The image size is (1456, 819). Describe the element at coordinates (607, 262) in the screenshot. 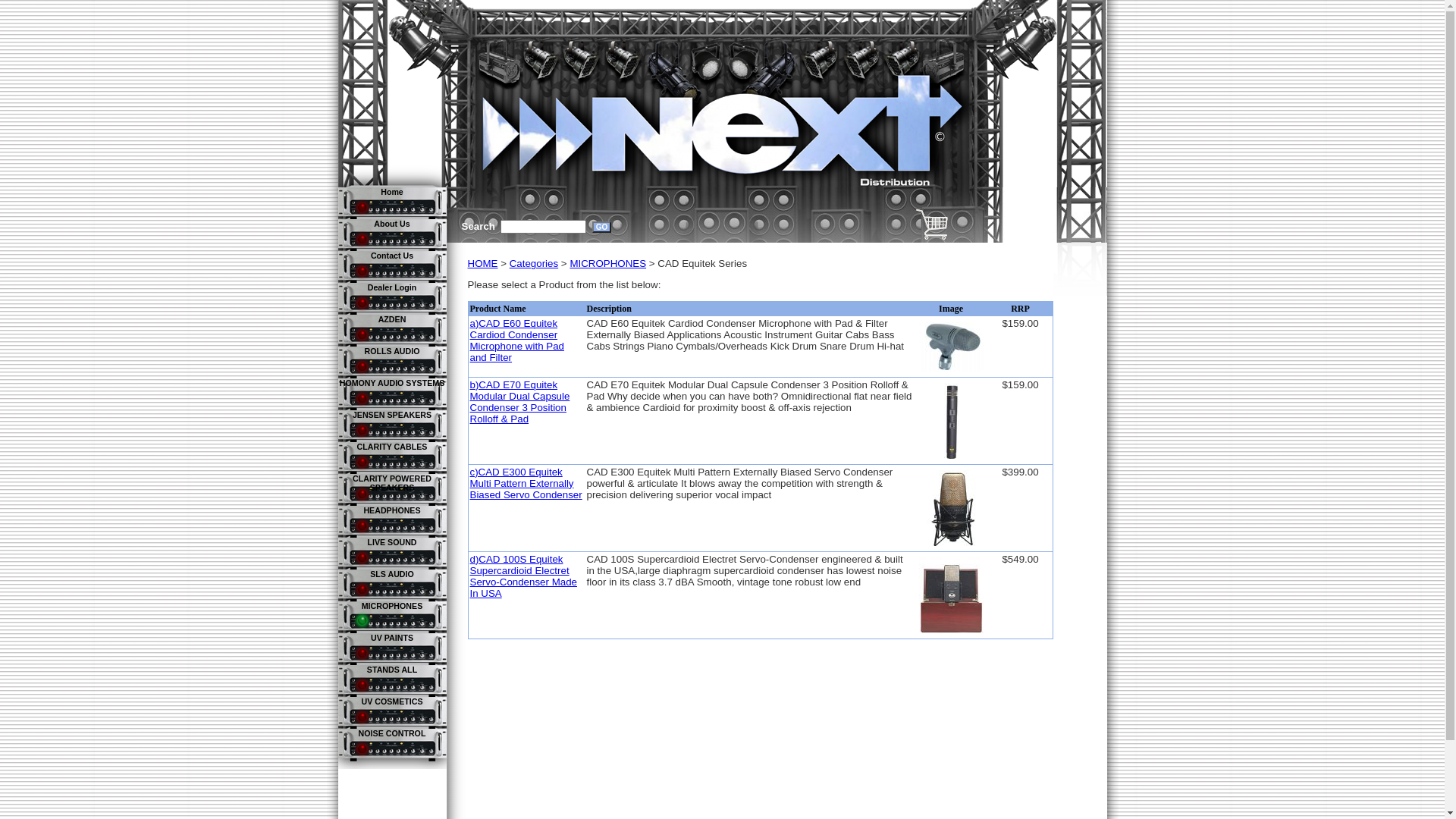

I see `'MICROPHONES'` at that location.